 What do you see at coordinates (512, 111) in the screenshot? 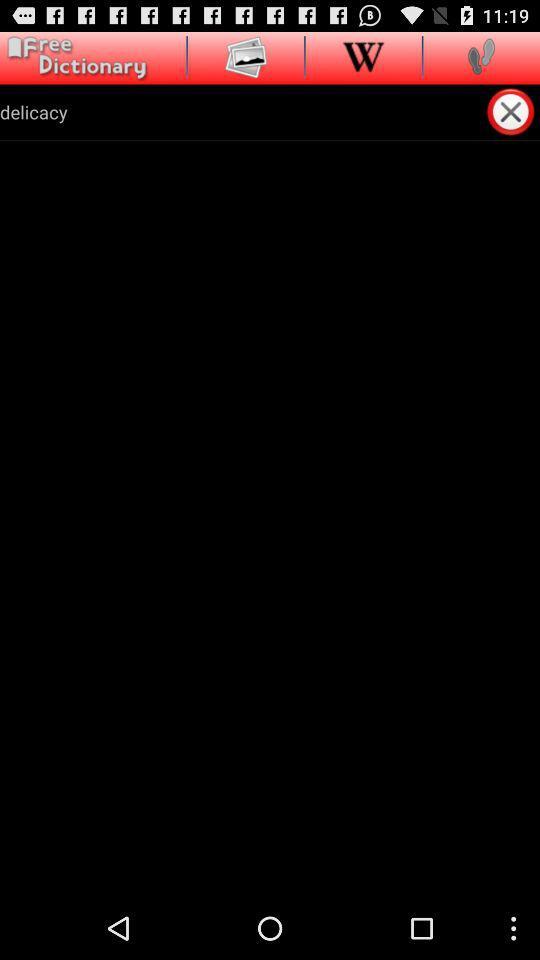
I see `exit out` at bounding box center [512, 111].